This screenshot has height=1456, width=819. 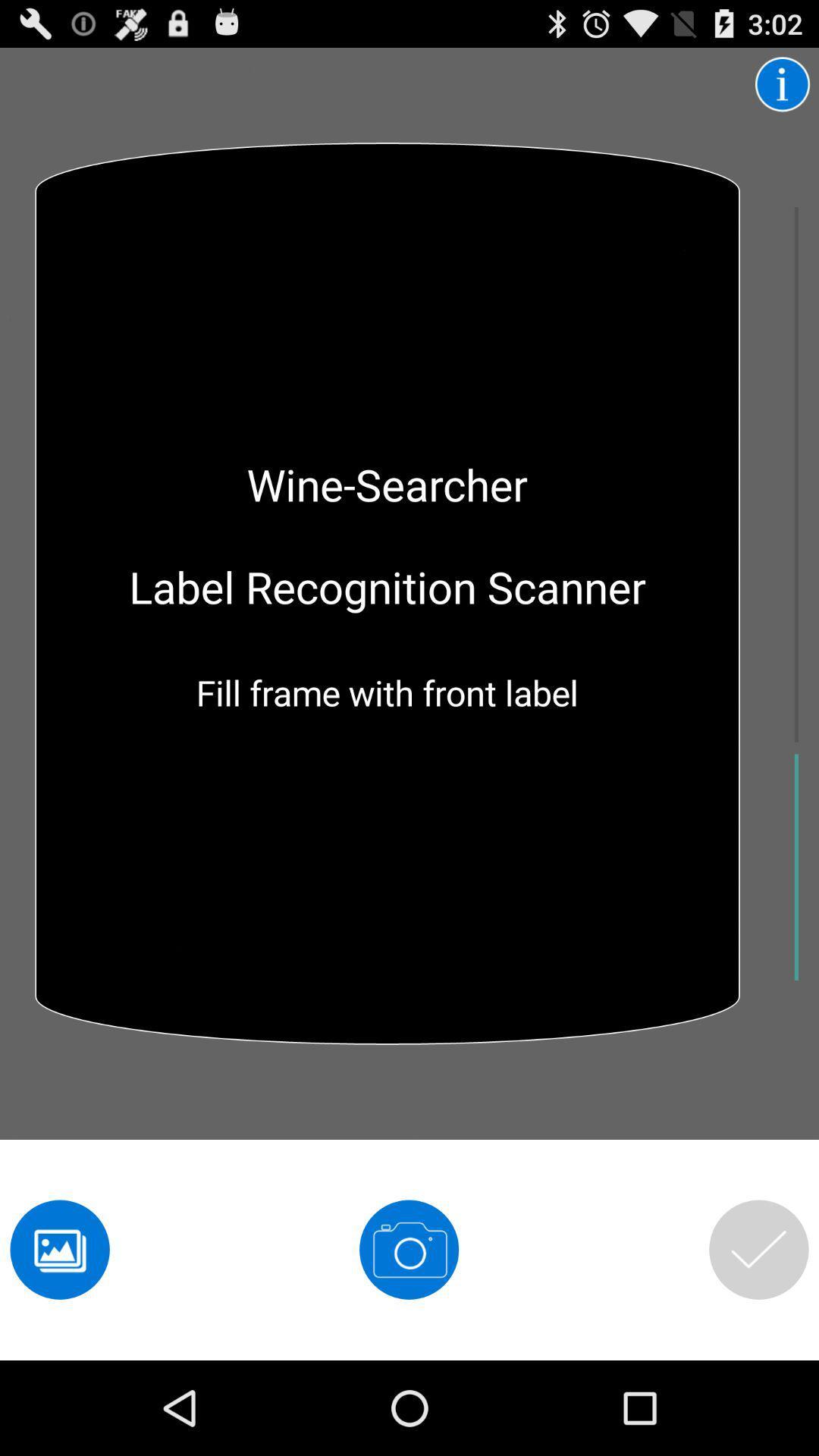 I want to click on the check icon, so click(x=758, y=1337).